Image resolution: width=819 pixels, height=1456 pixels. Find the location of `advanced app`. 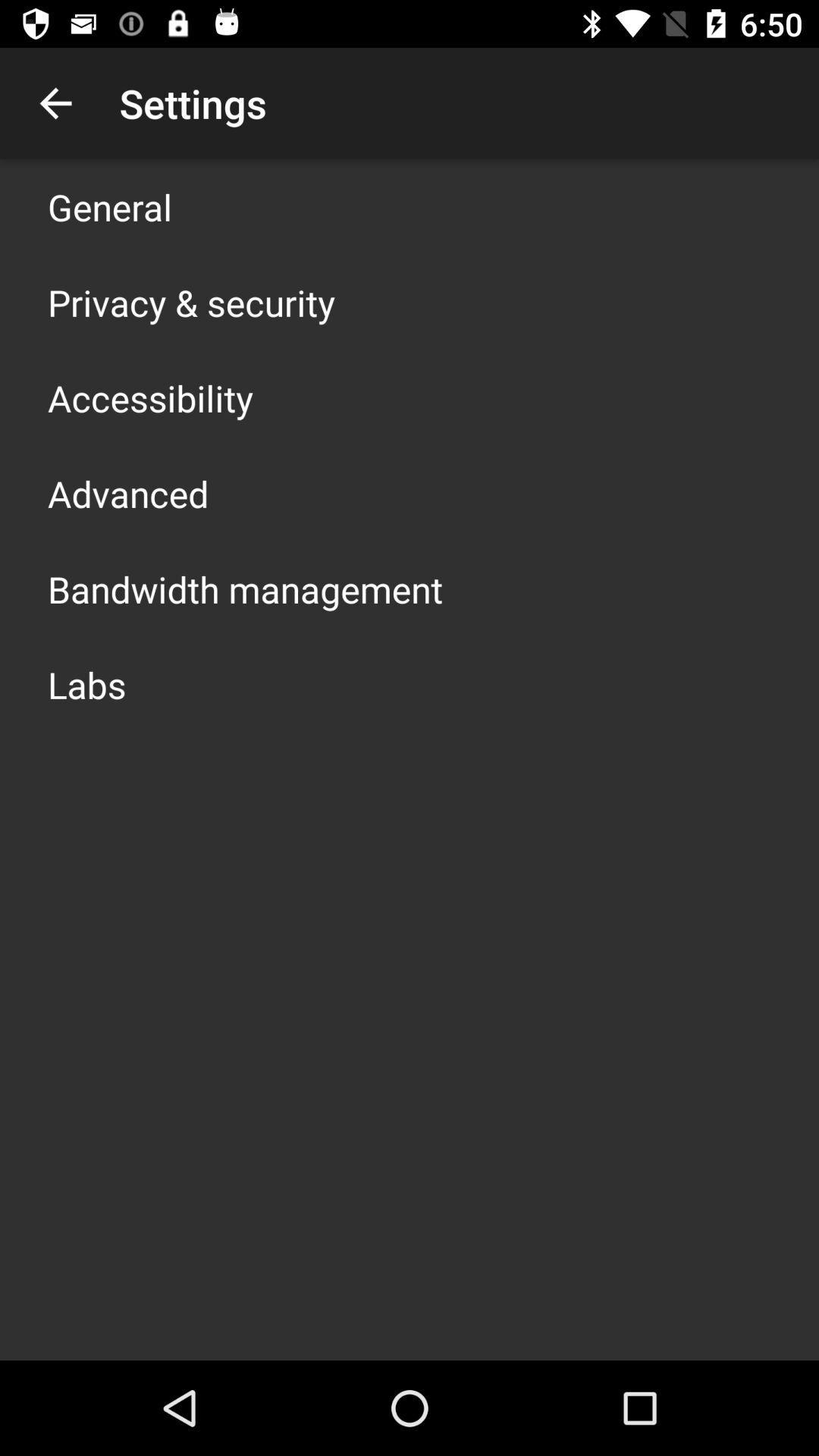

advanced app is located at coordinates (127, 494).